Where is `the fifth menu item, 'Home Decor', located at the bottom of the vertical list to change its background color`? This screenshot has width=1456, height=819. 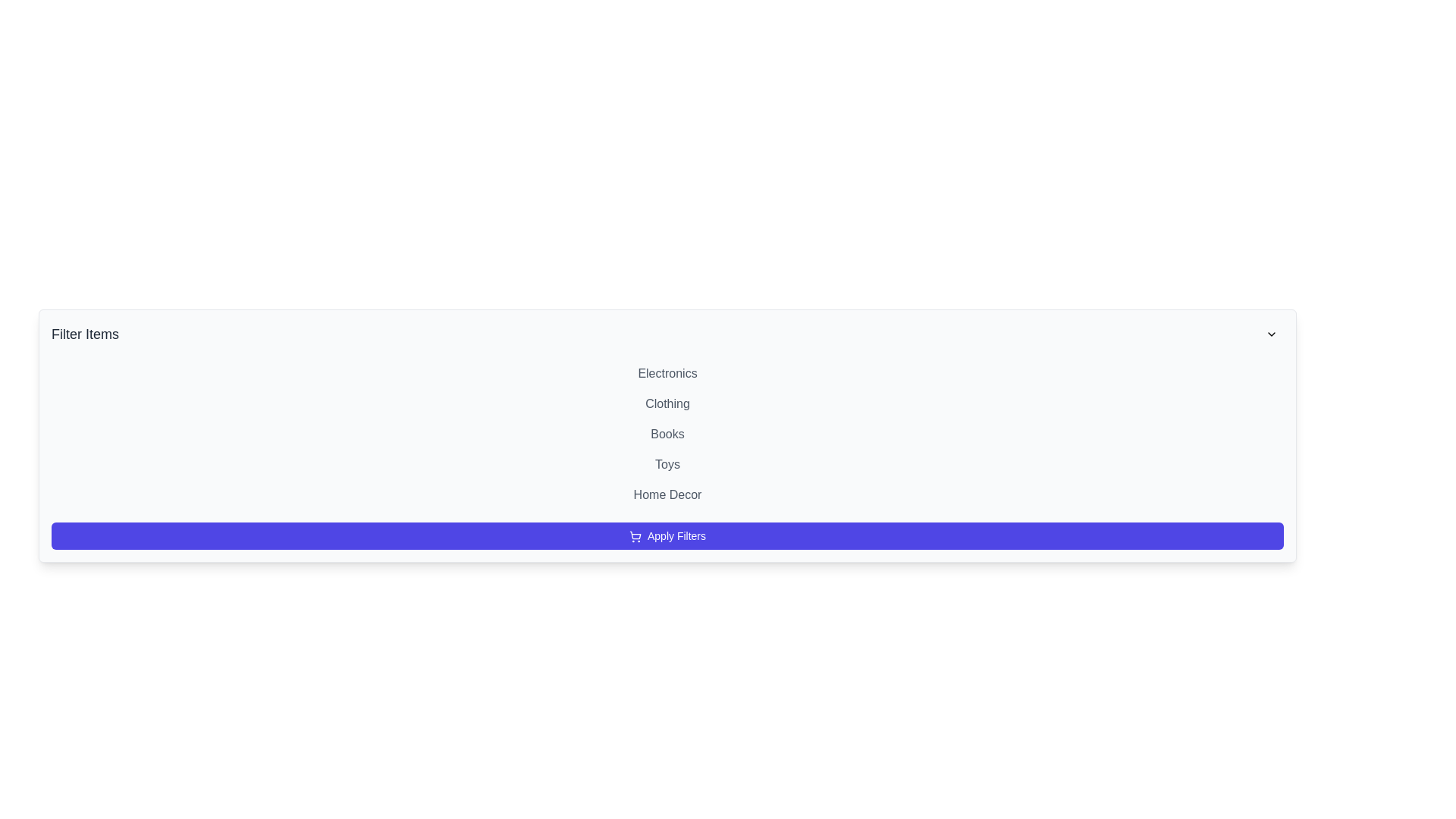
the fifth menu item, 'Home Decor', located at the bottom of the vertical list to change its background color is located at coordinates (667, 494).